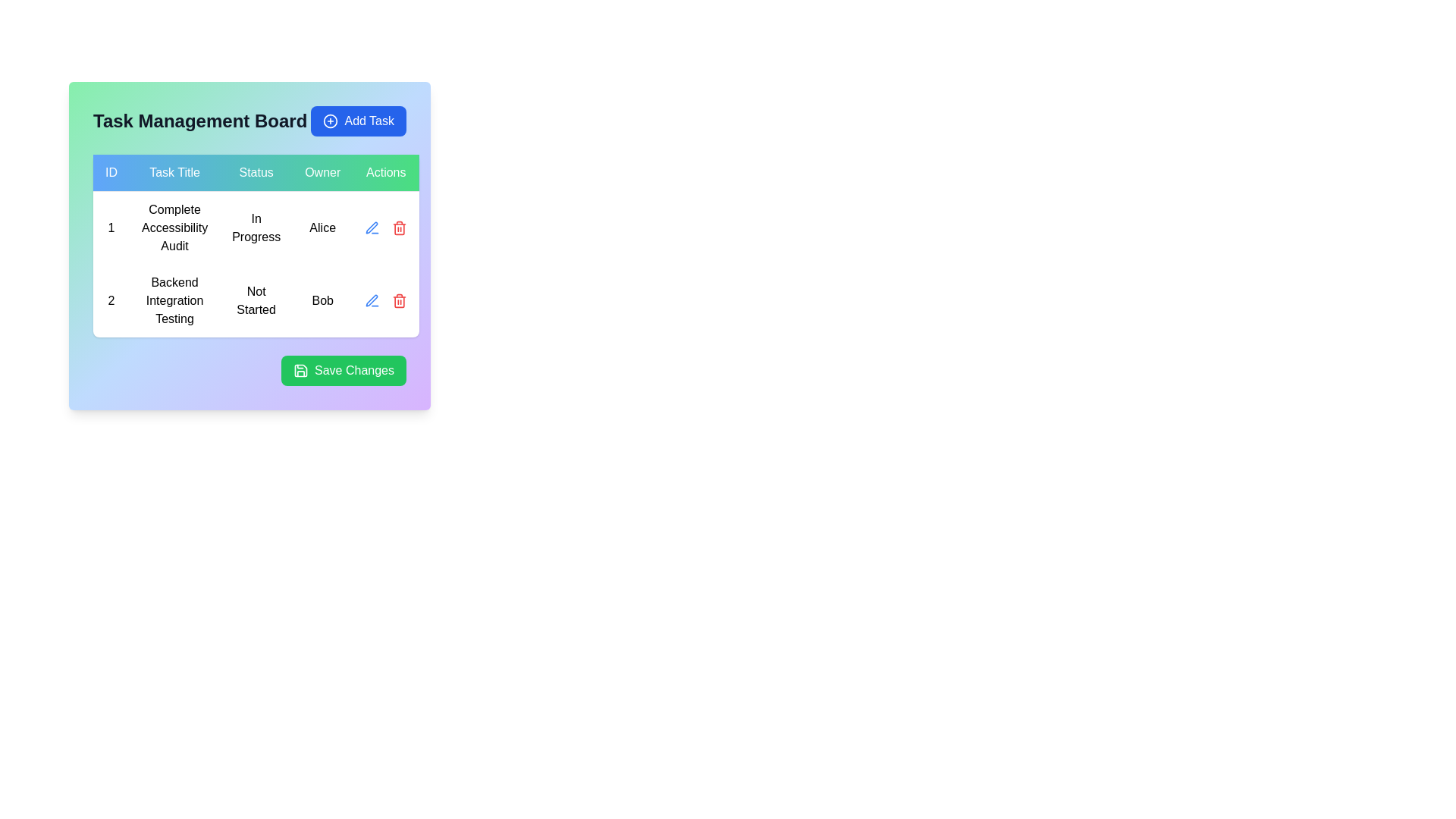 The width and height of the screenshot is (1456, 819). What do you see at coordinates (322, 172) in the screenshot?
I see `the header label 'Owner' in the table, which is the fourth header indicating the column for task owners, positioned between 'Status' and 'Actions'` at bounding box center [322, 172].